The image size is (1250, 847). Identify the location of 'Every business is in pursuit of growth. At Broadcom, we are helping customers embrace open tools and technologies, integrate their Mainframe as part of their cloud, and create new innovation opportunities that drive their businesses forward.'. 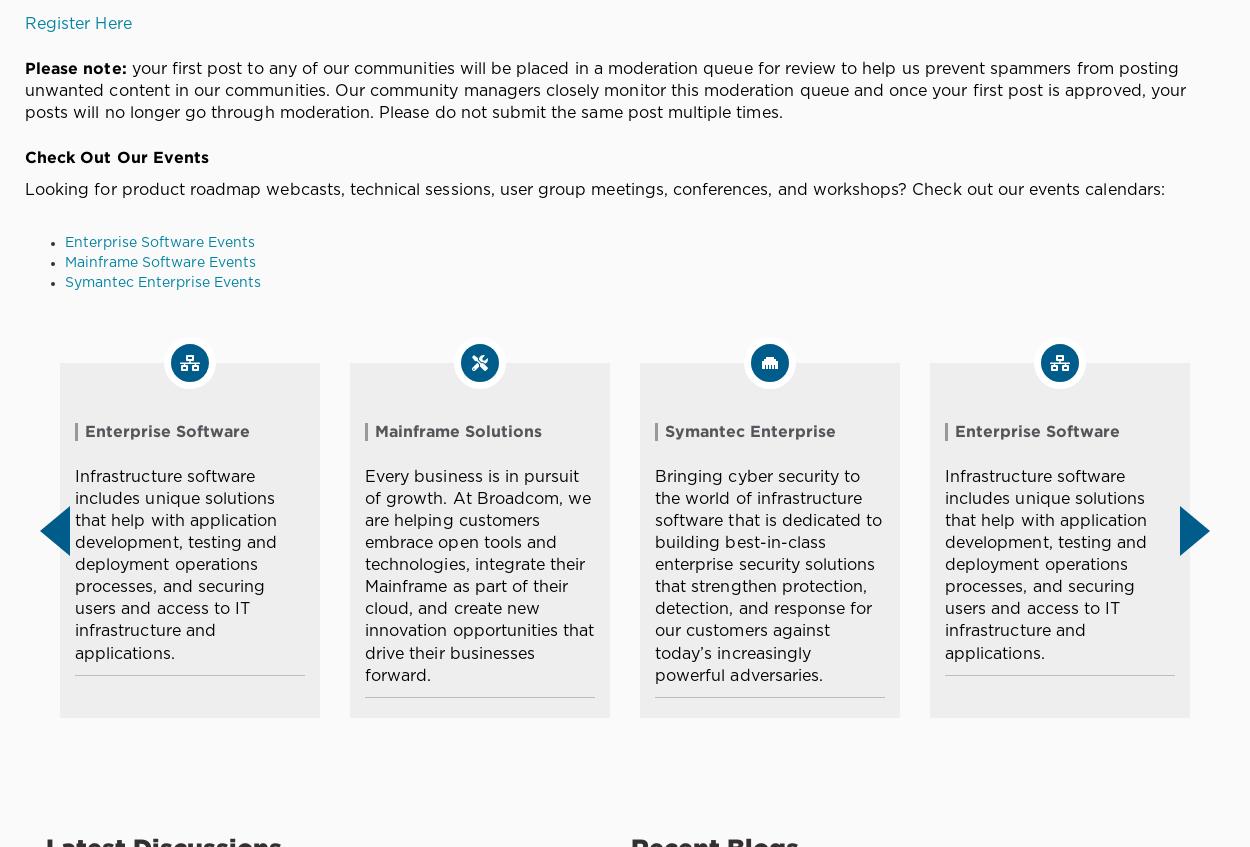
(478, 575).